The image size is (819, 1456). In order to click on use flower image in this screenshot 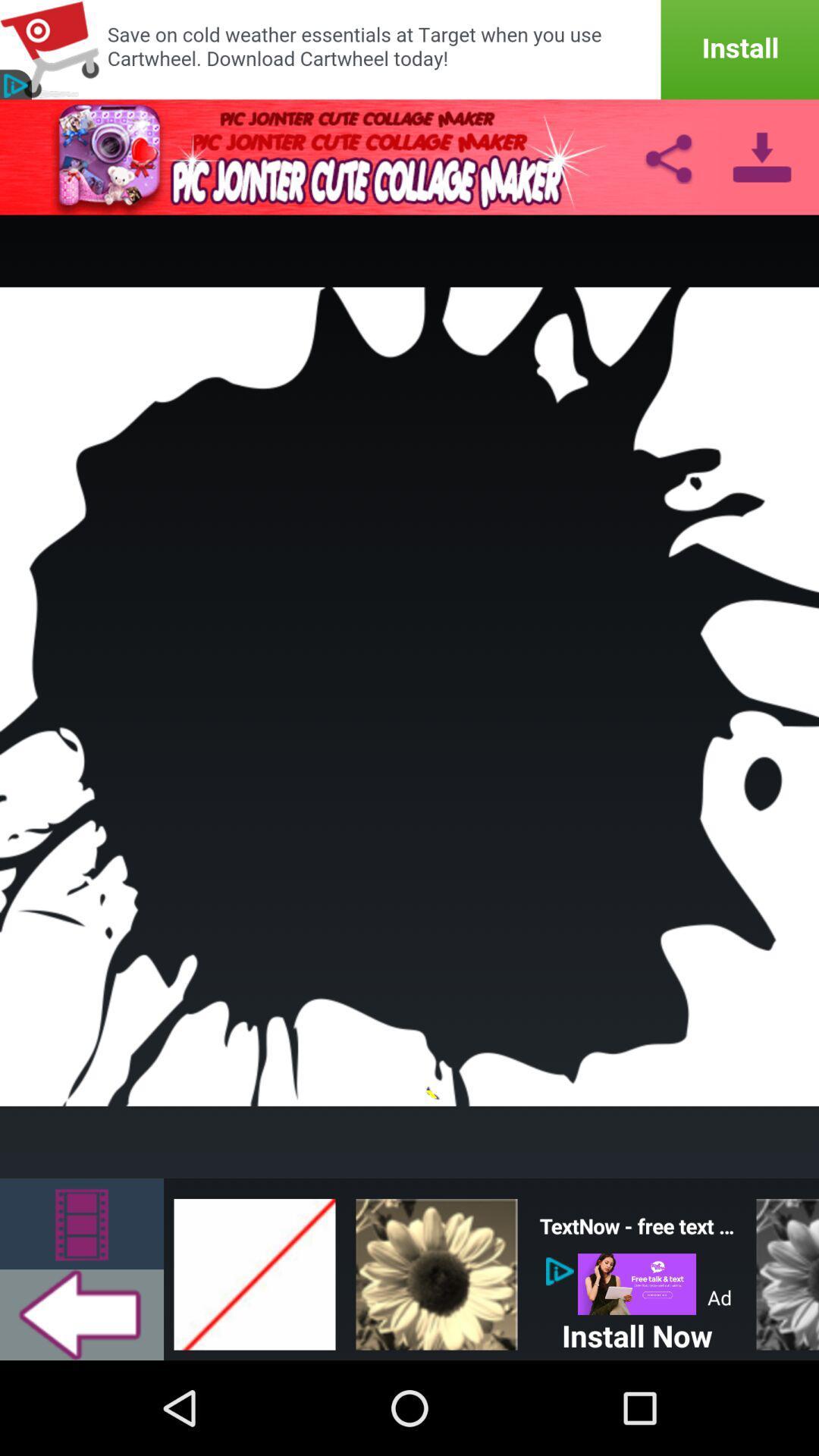, I will do `click(436, 1269)`.